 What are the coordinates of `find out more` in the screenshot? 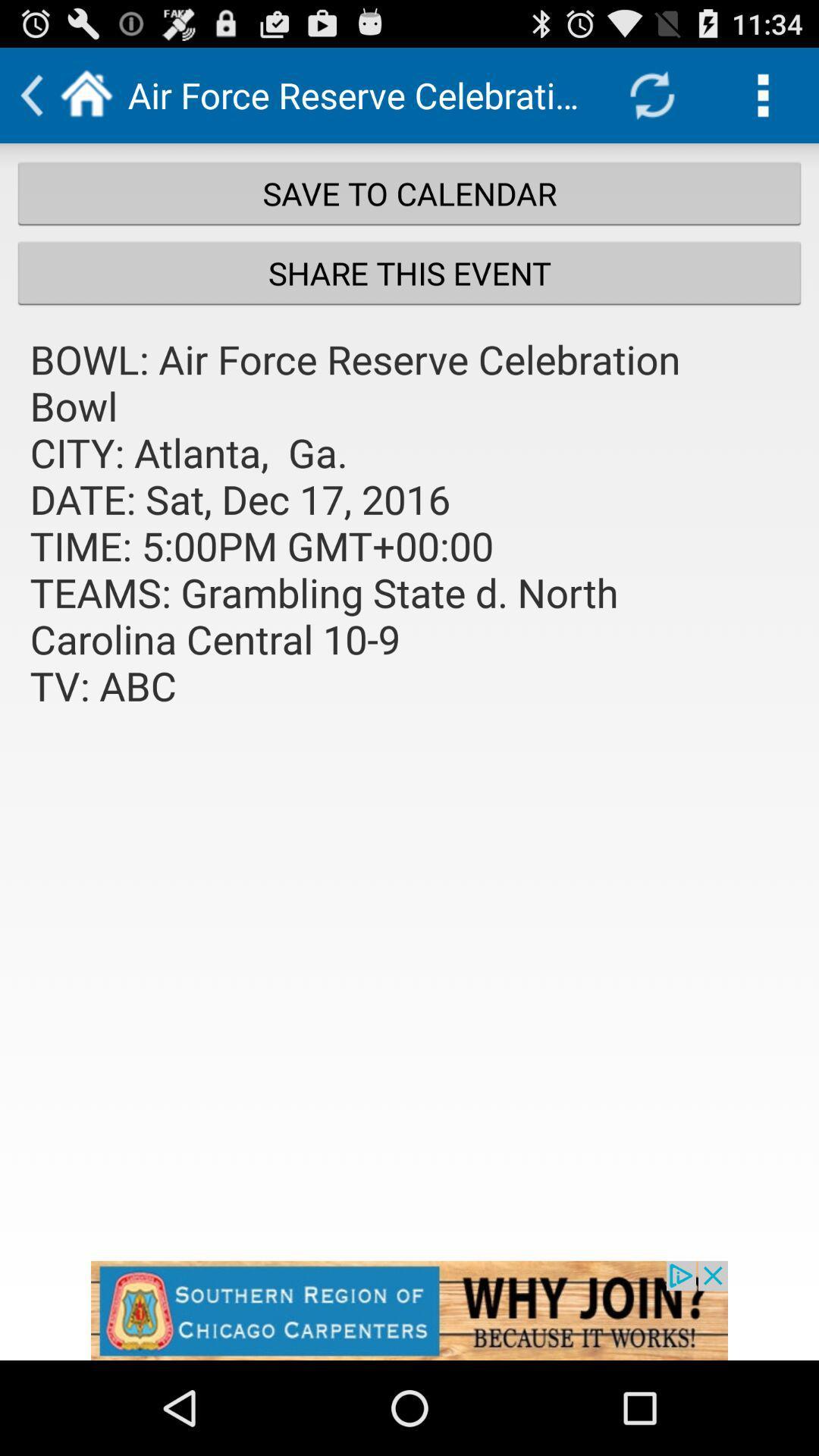 It's located at (409, 1310).